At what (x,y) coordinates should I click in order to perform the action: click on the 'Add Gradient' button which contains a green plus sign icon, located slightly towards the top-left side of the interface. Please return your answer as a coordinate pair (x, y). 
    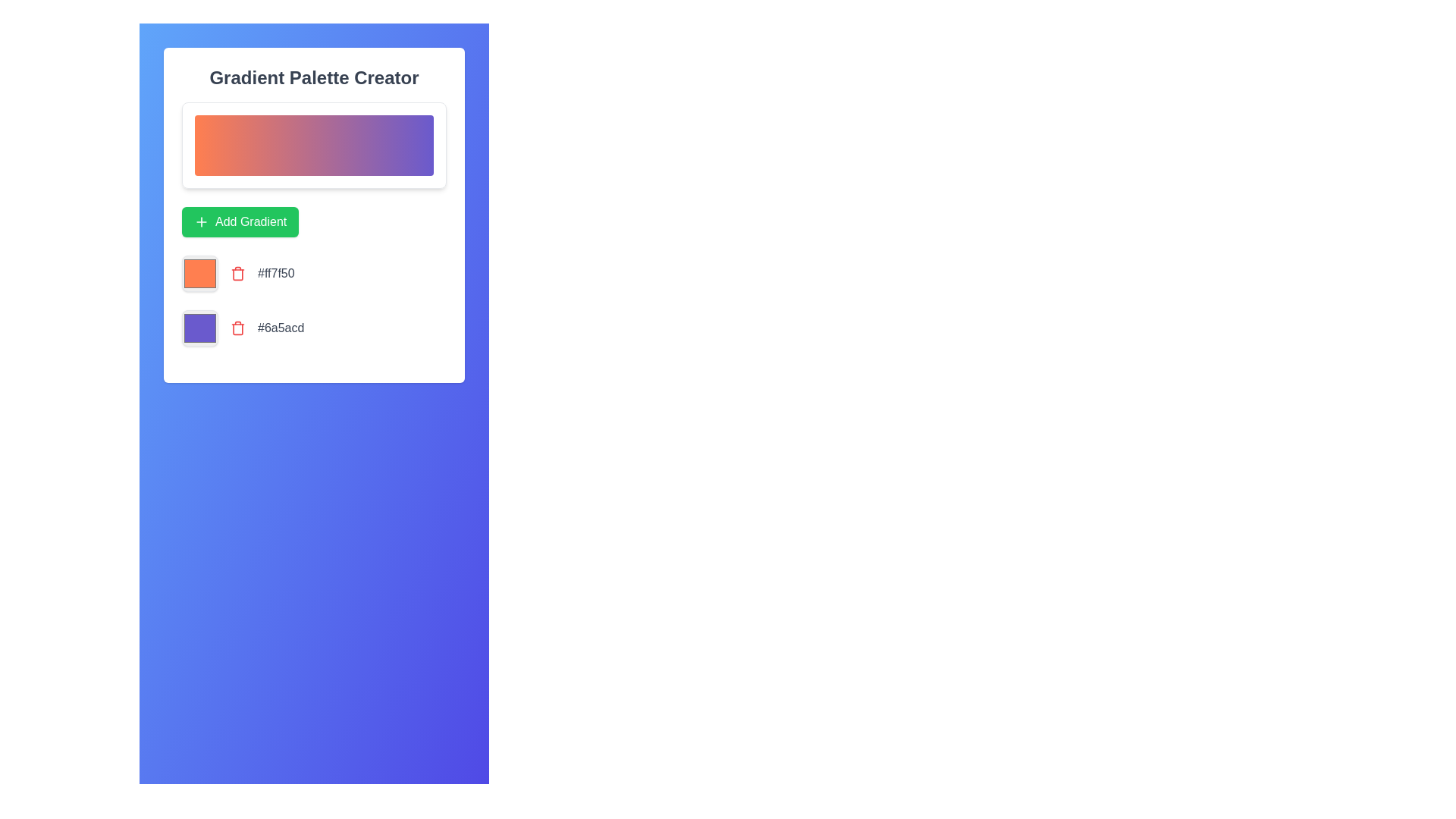
    Looking at the image, I should click on (200, 222).